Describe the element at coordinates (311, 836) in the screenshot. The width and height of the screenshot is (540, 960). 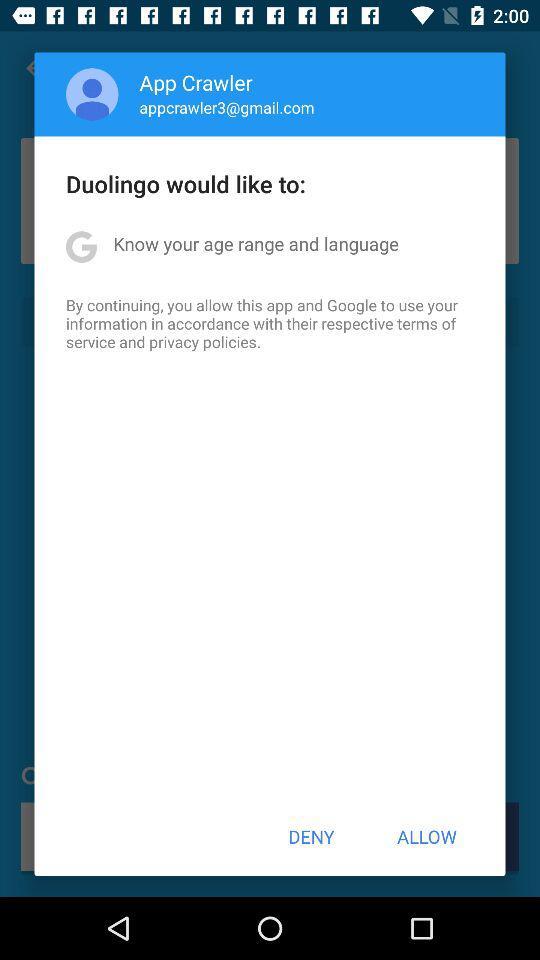
I see `deny icon` at that location.